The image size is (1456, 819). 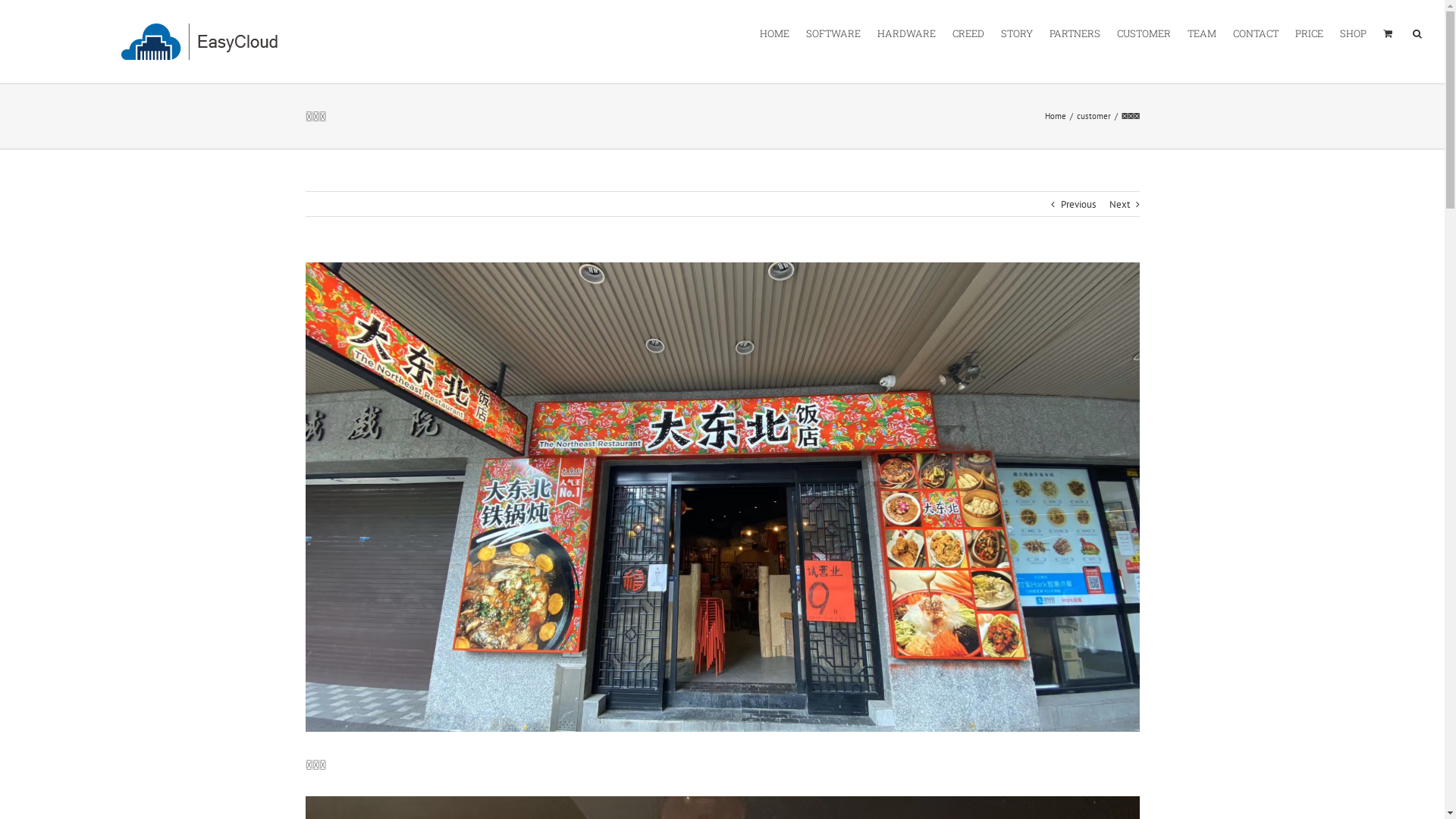 What do you see at coordinates (774, 32) in the screenshot?
I see `'HOME'` at bounding box center [774, 32].